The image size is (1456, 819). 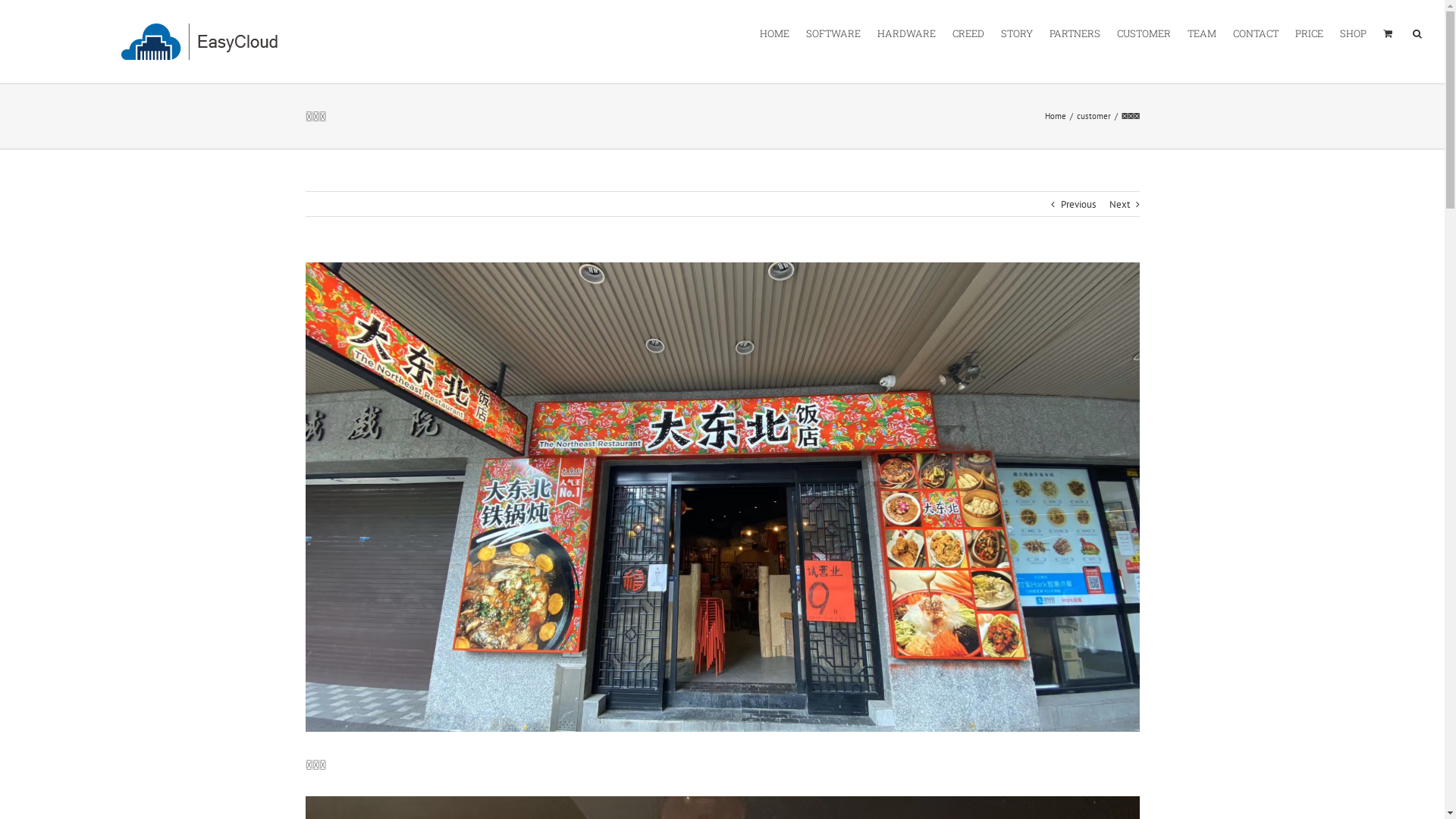 What do you see at coordinates (774, 32) in the screenshot?
I see `'HOME'` at bounding box center [774, 32].